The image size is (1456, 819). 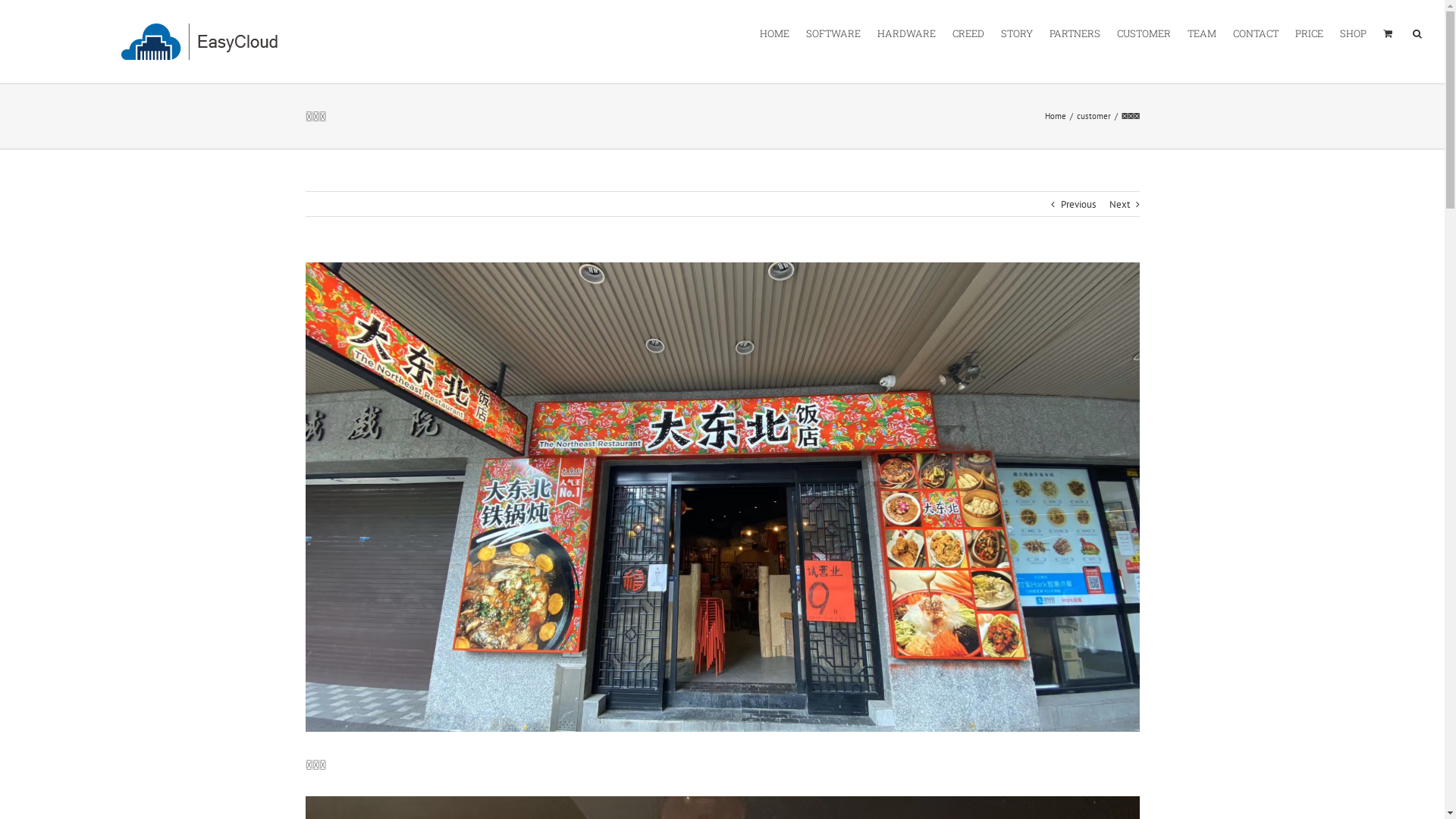 What do you see at coordinates (774, 32) in the screenshot?
I see `'HOME'` at bounding box center [774, 32].